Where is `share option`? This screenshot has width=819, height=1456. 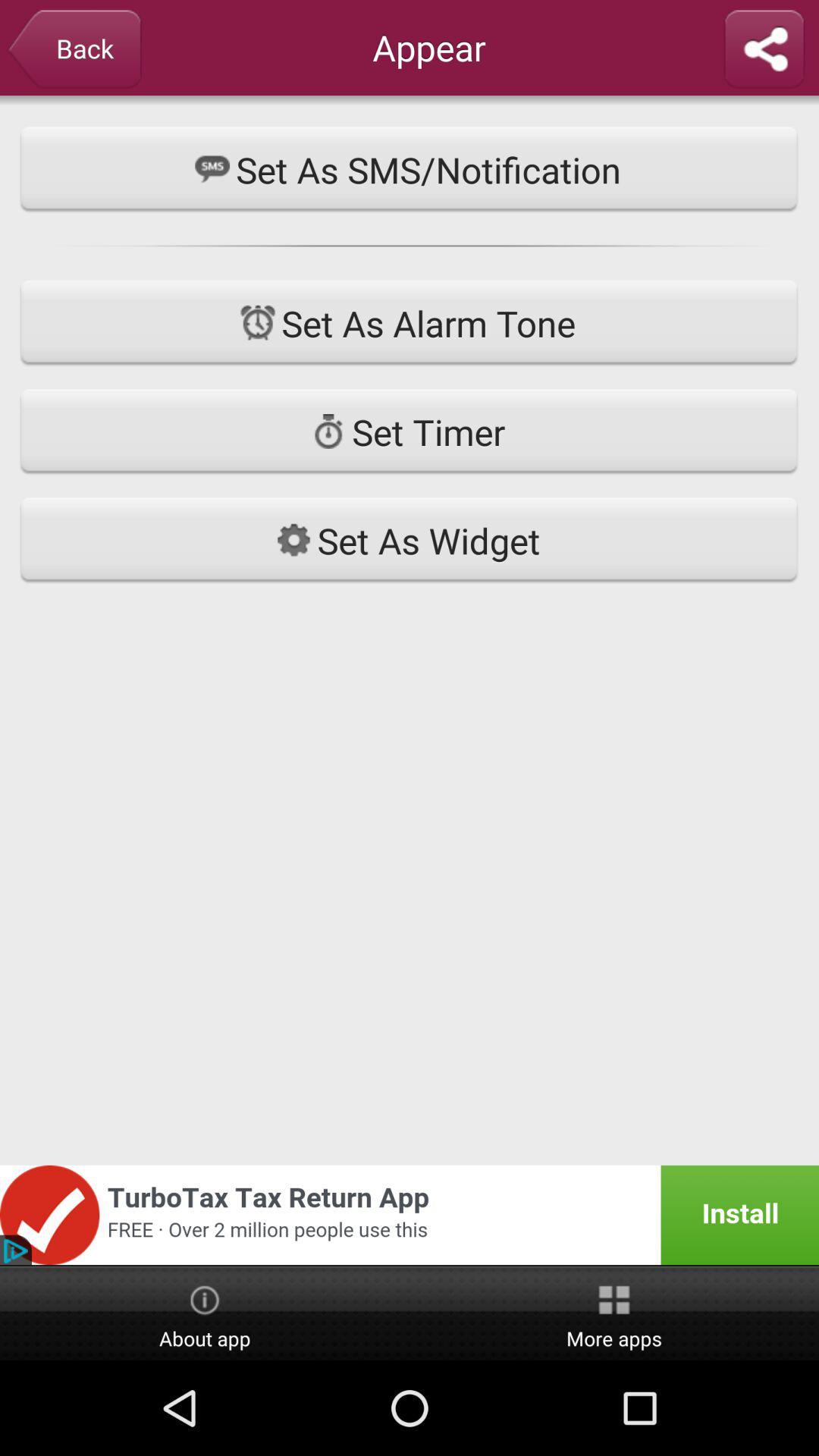 share option is located at coordinates (764, 50).